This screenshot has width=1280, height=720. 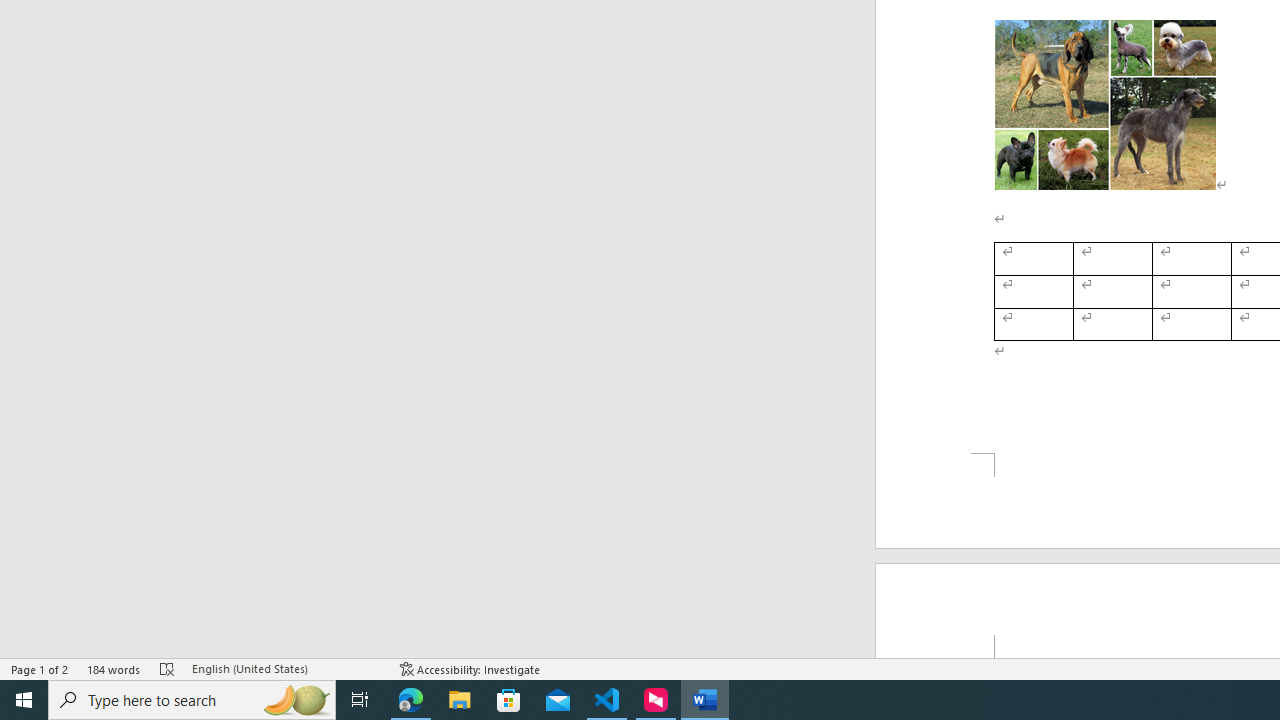 I want to click on 'Word Count 184 words', so click(x=112, y=669).